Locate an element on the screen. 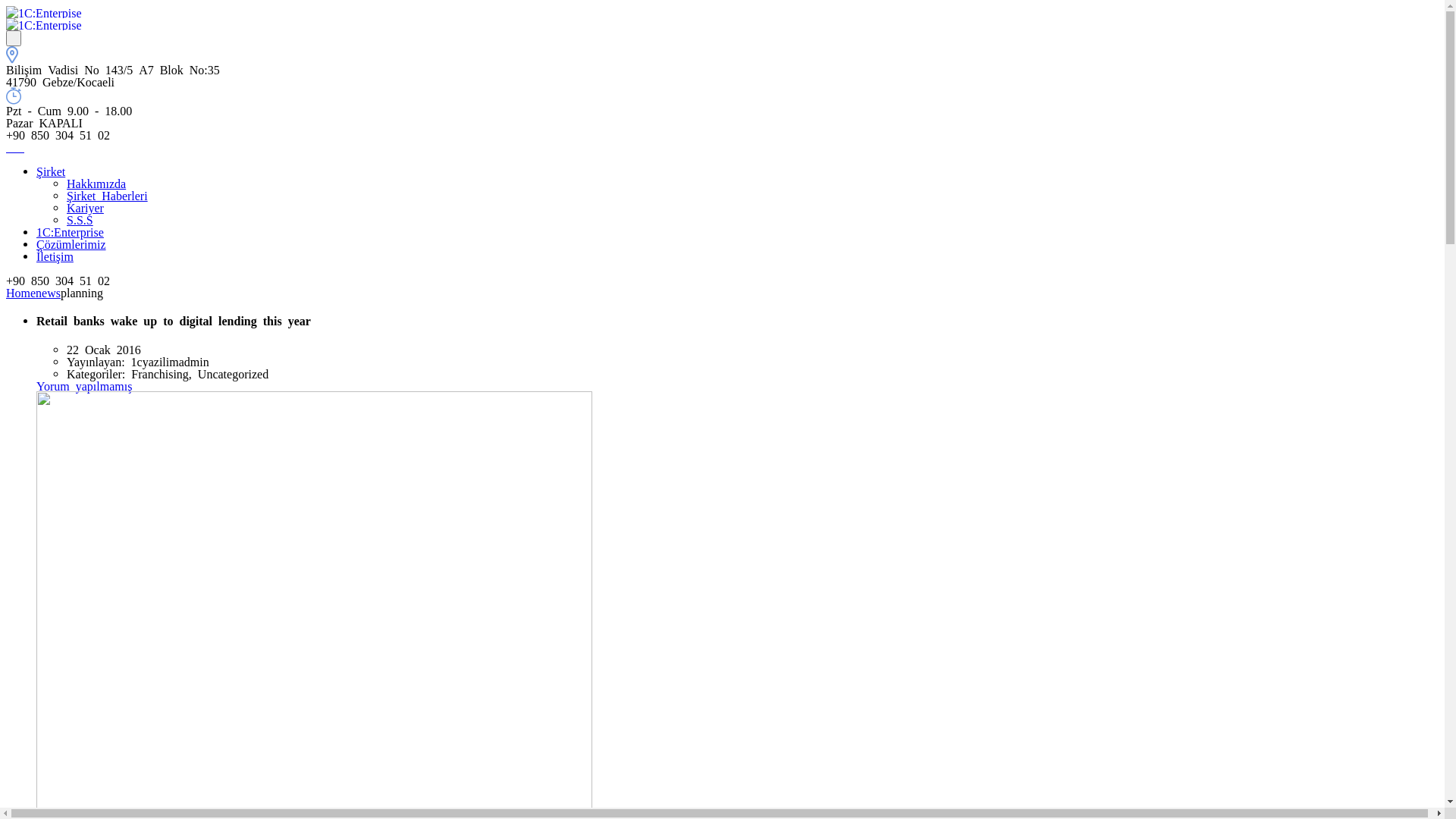 This screenshot has width=1456, height=819. ' ' is located at coordinates (14, 37).